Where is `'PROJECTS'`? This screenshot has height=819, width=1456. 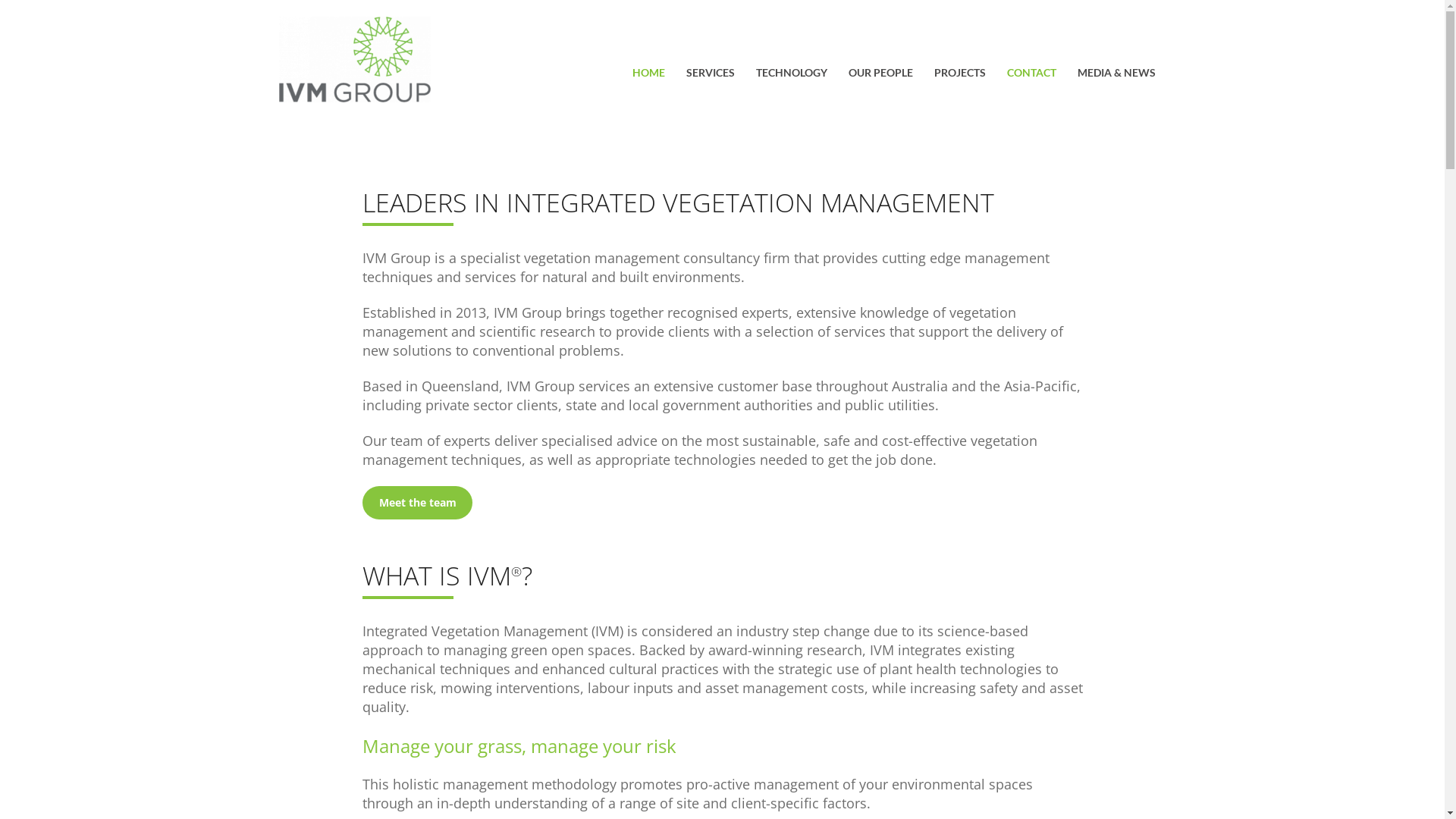
'PROJECTS' is located at coordinates (959, 74).